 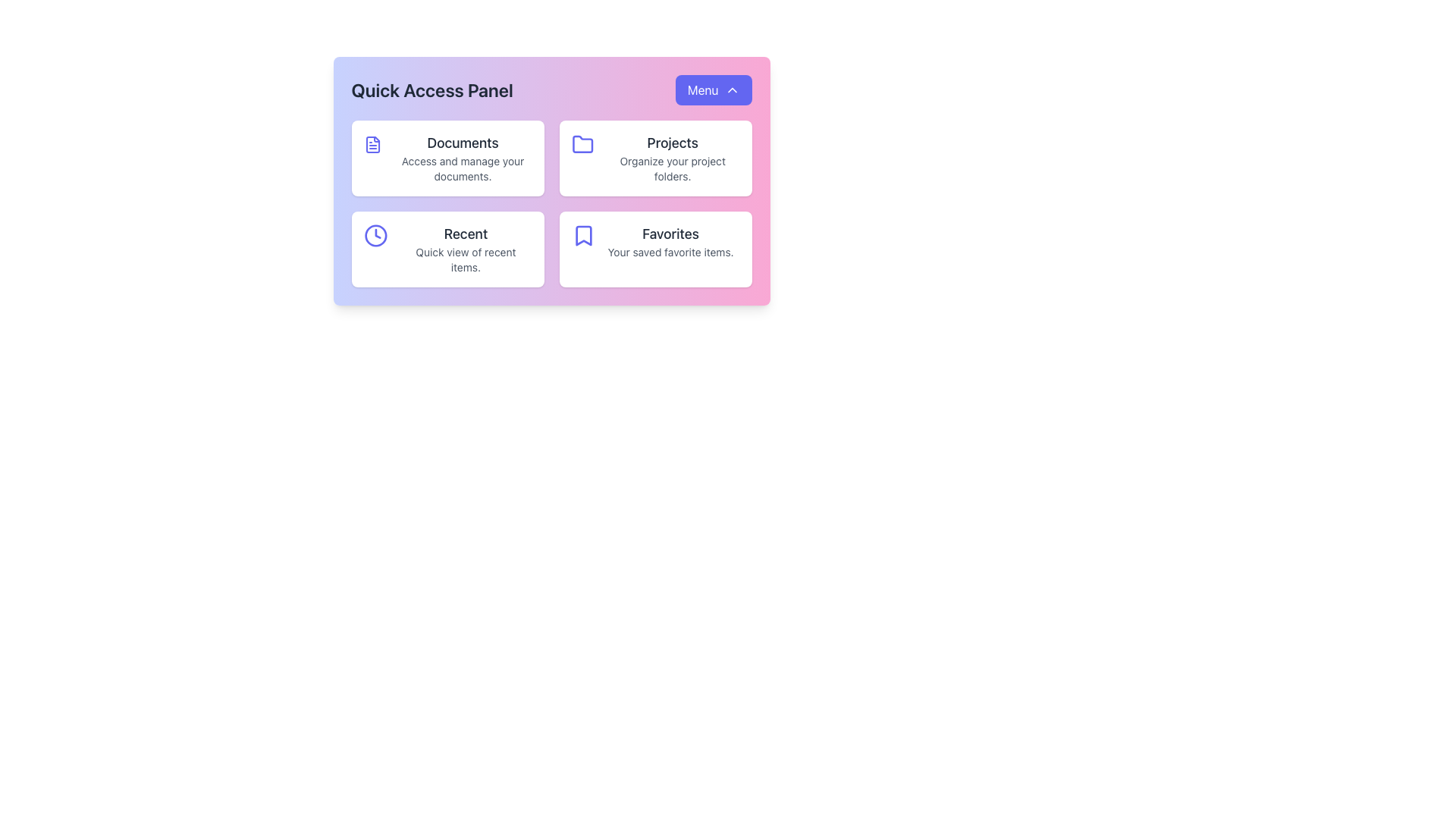 I want to click on the 'Favorites' graphical icon element, which indicates the section for saved favorite items, positioned to the right of the center and below the 'Projects' section, so click(x=582, y=236).